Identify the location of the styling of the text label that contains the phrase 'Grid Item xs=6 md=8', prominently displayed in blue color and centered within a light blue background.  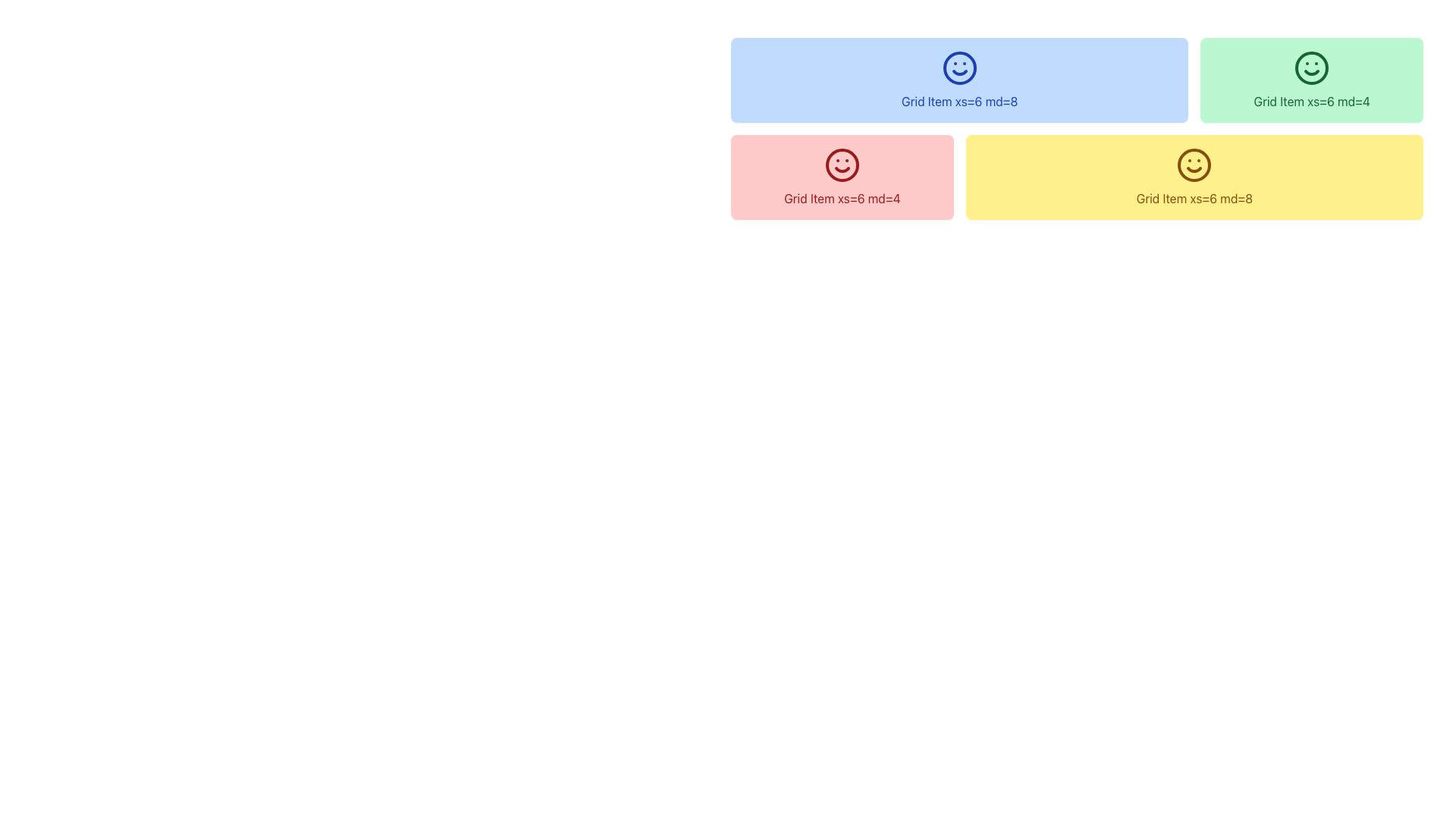
(959, 102).